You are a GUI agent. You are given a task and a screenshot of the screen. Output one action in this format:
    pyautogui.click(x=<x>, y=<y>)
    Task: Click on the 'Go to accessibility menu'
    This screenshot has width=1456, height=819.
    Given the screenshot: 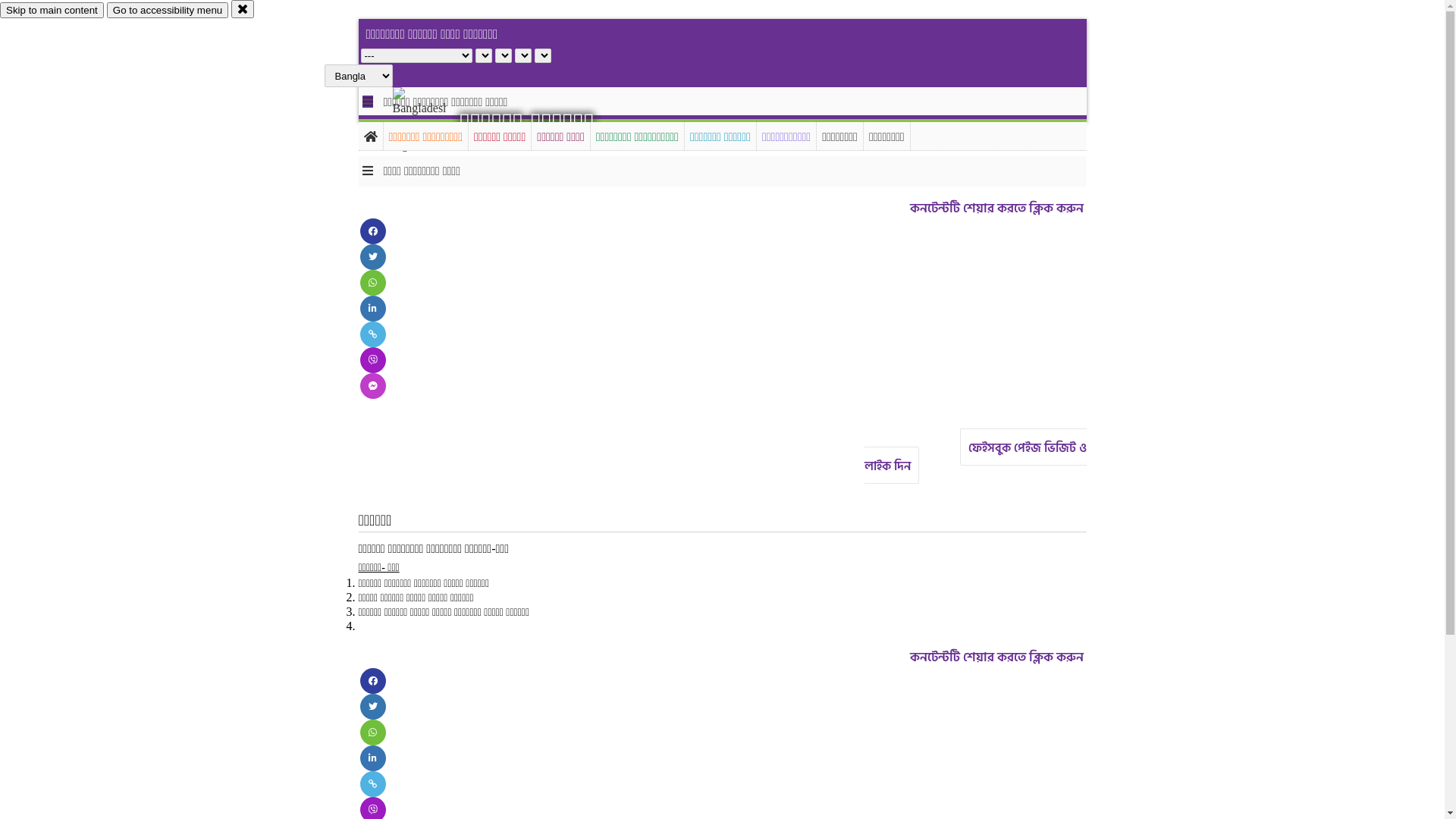 What is the action you would take?
    pyautogui.click(x=167, y=10)
    